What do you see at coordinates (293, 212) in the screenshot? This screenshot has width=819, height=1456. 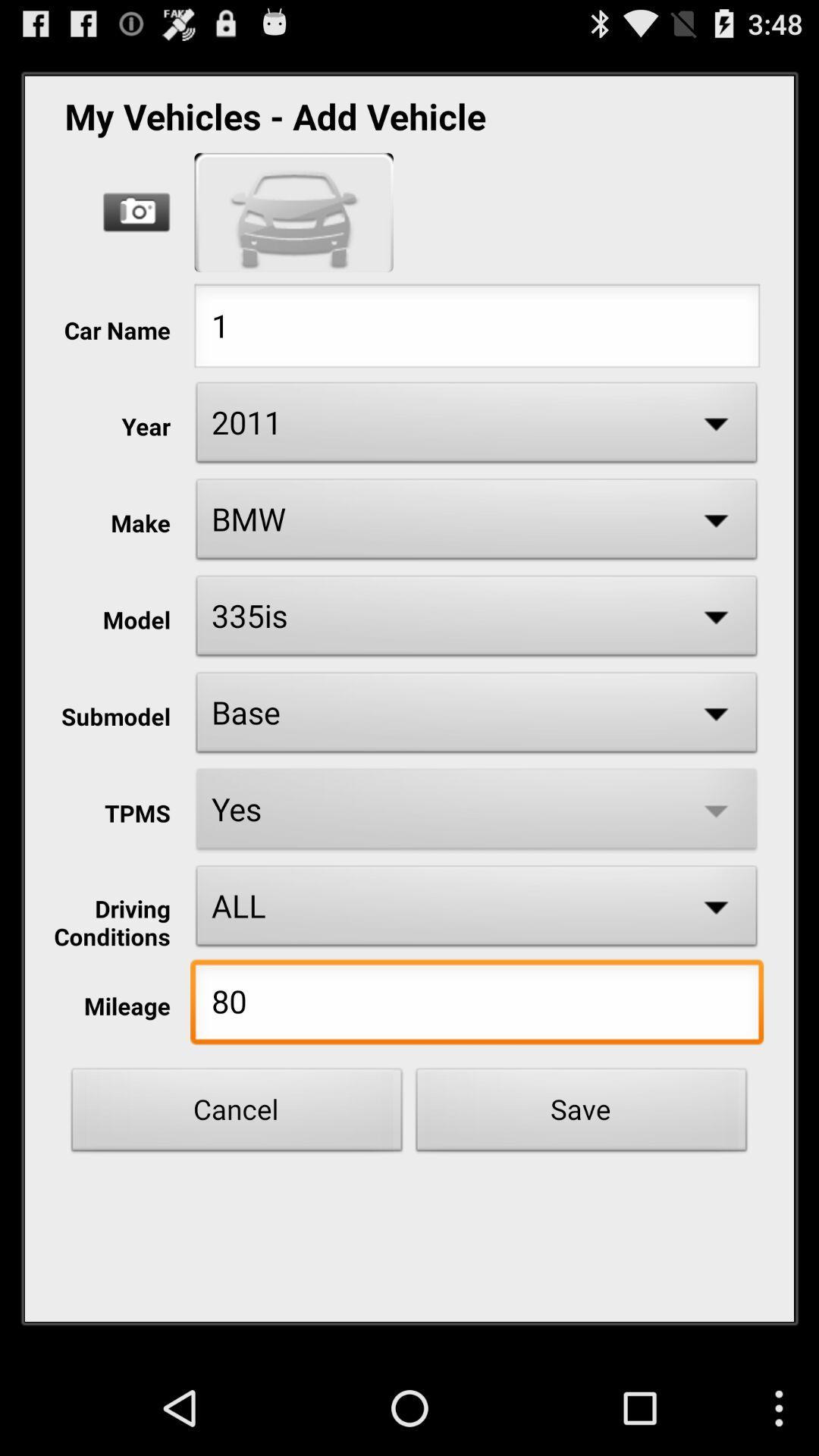 I see `show car model` at bounding box center [293, 212].